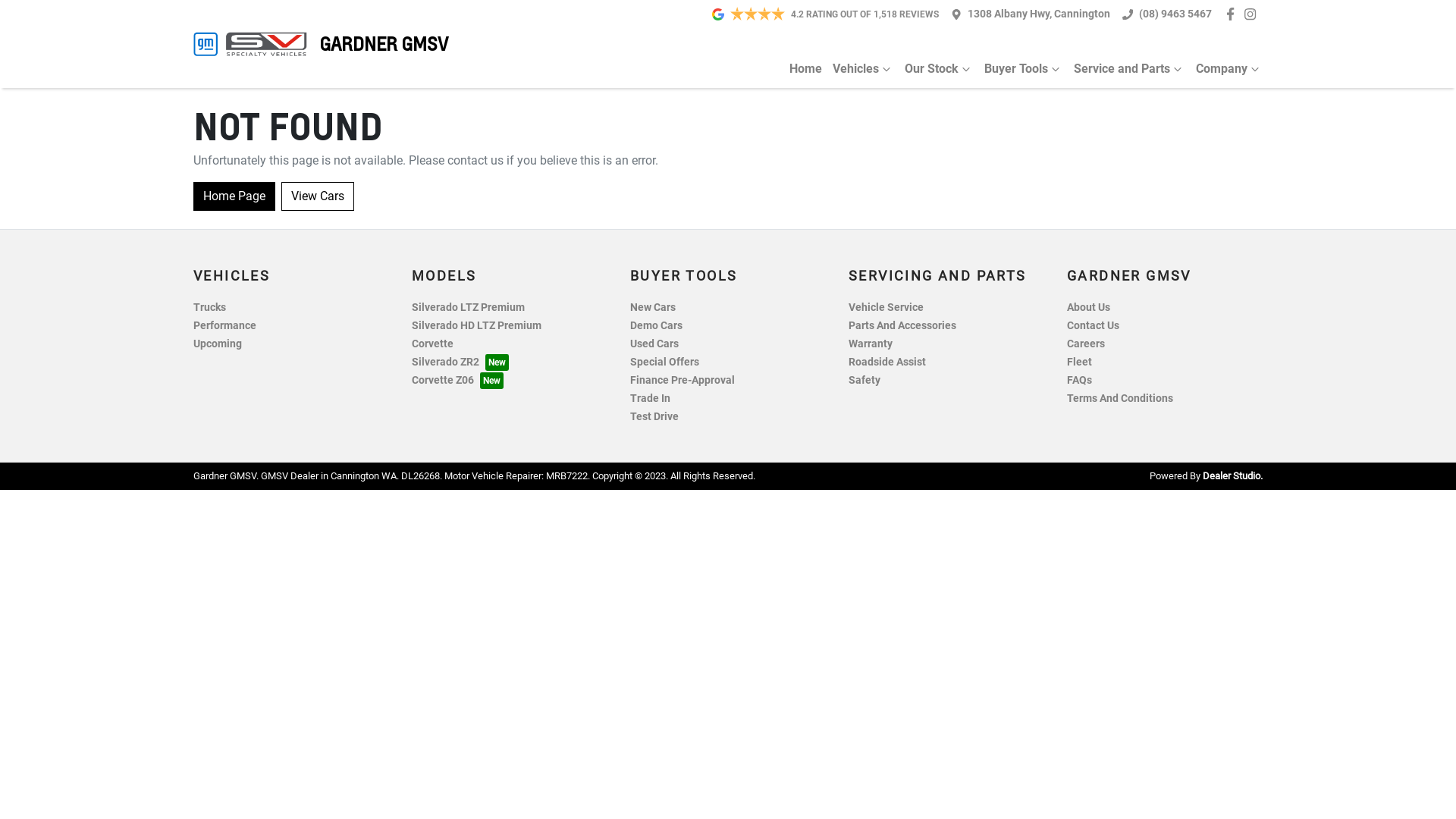 The image size is (1456, 819). Describe the element at coordinates (1084, 344) in the screenshot. I see `'Careers'` at that location.